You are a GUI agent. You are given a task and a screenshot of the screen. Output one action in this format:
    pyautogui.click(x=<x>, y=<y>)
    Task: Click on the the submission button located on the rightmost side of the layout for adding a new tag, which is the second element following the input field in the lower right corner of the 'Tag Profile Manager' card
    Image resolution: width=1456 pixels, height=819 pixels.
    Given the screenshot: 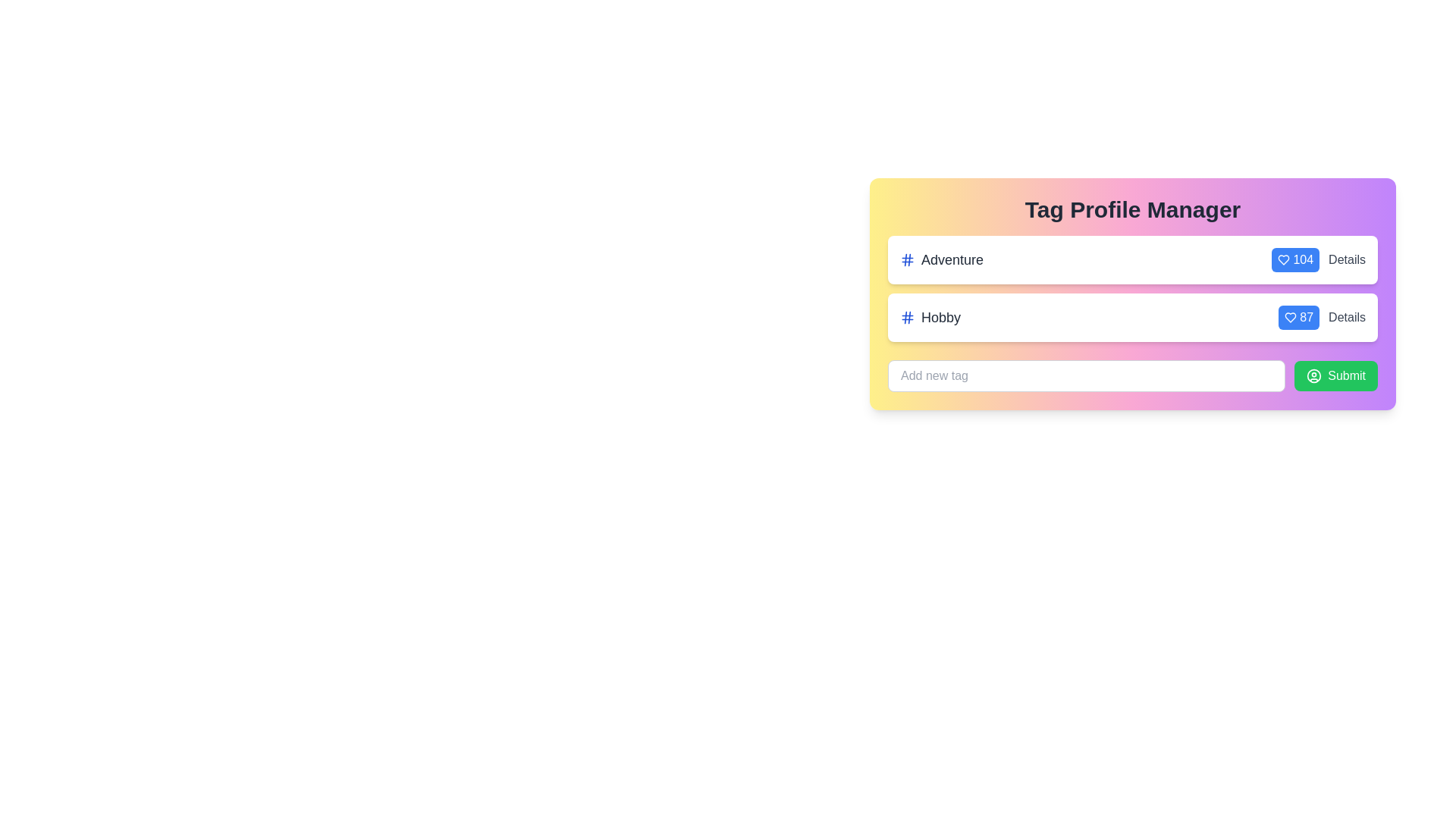 What is the action you would take?
    pyautogui.click(x=1336, y=375)
    